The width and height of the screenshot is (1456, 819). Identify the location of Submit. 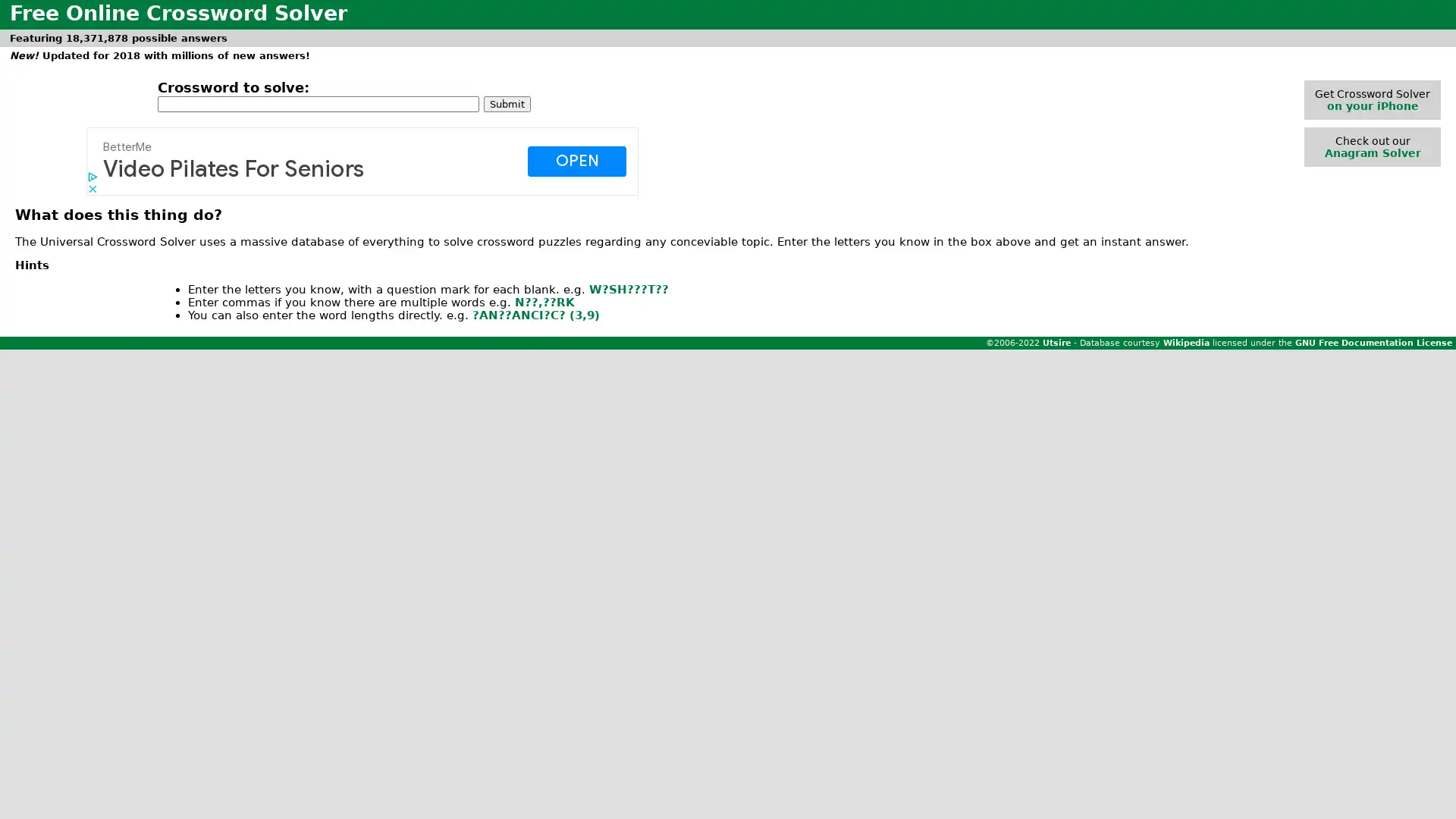
(507, 102).